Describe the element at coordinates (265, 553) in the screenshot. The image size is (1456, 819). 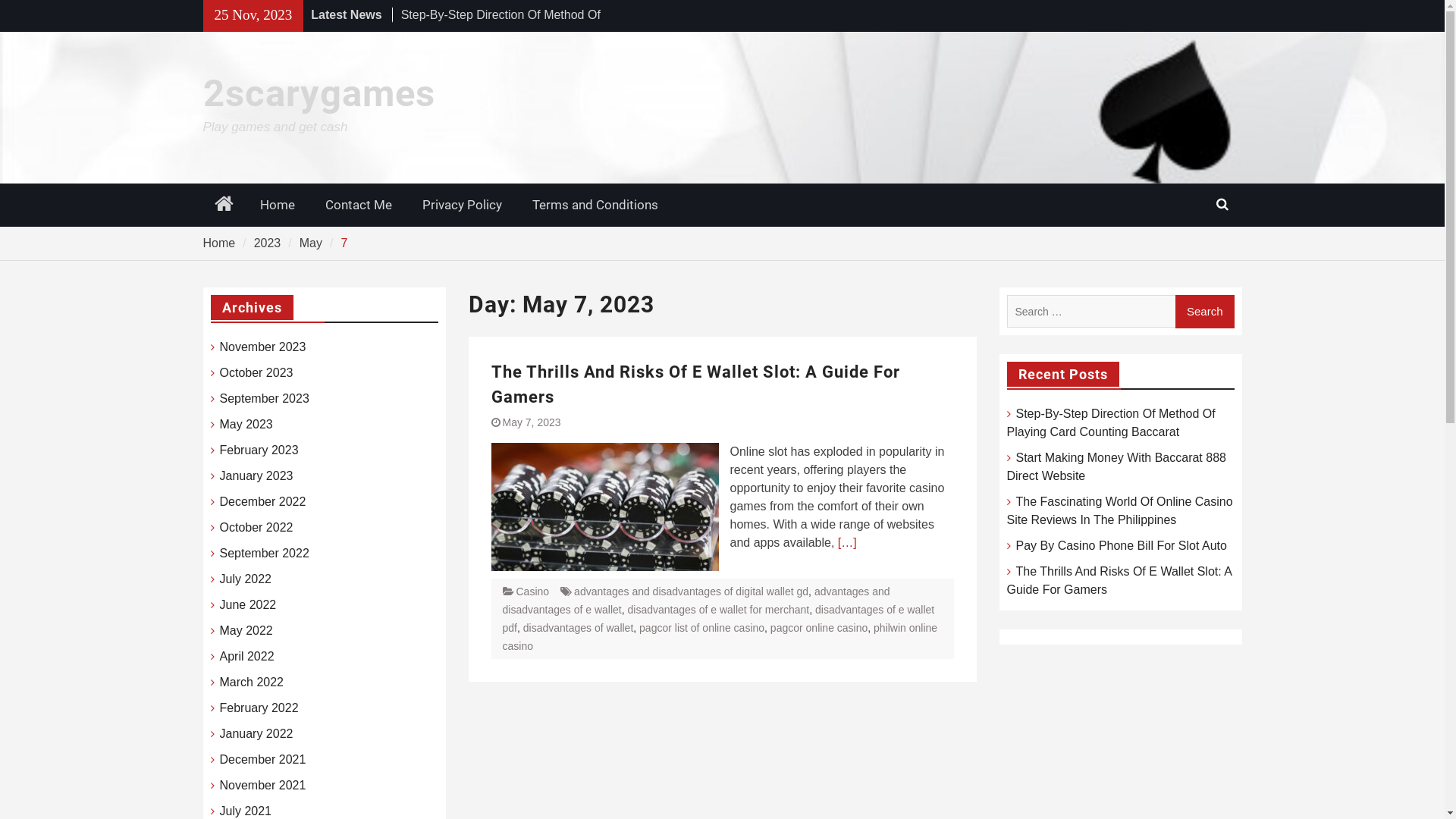
I see `'September 2022'` at that location.